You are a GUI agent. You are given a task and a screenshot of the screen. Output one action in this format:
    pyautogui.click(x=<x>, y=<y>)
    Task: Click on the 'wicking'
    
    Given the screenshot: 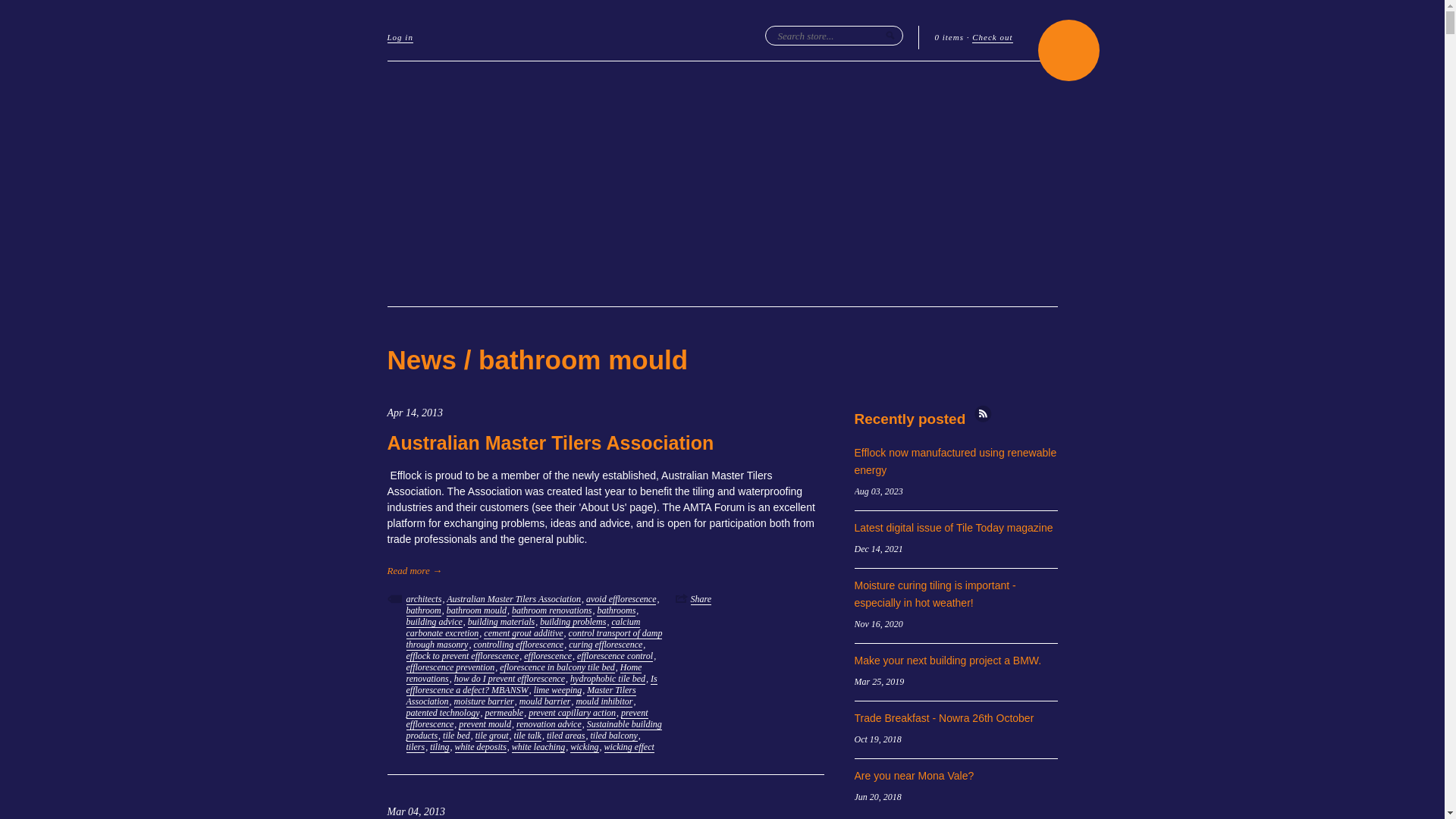 What is the action you would take?
    pyautogui.click(x=570, y=746)
    